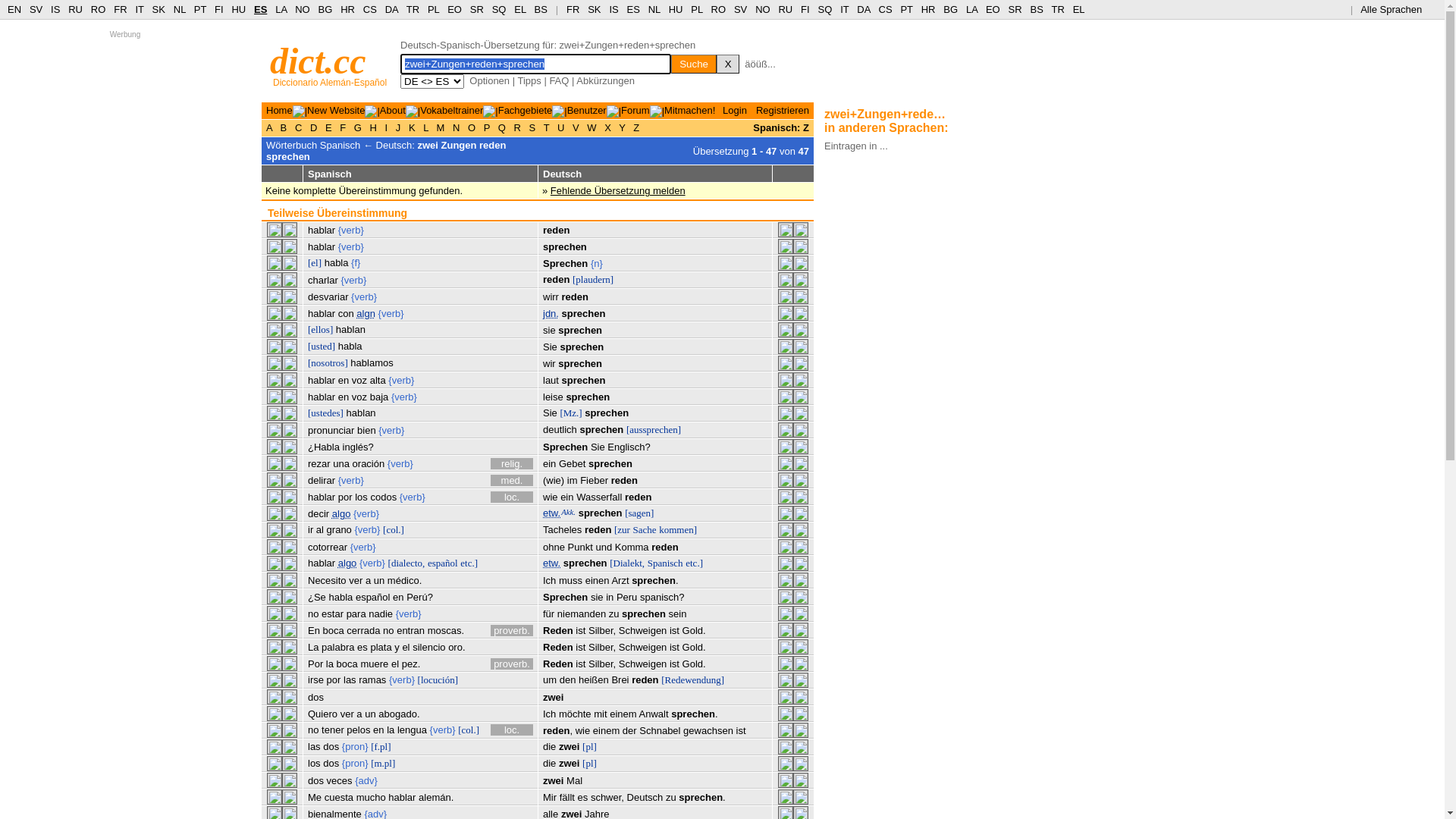 This screenshot has width=1456, height=819. I want to click on 'HU', so click(675, 9).